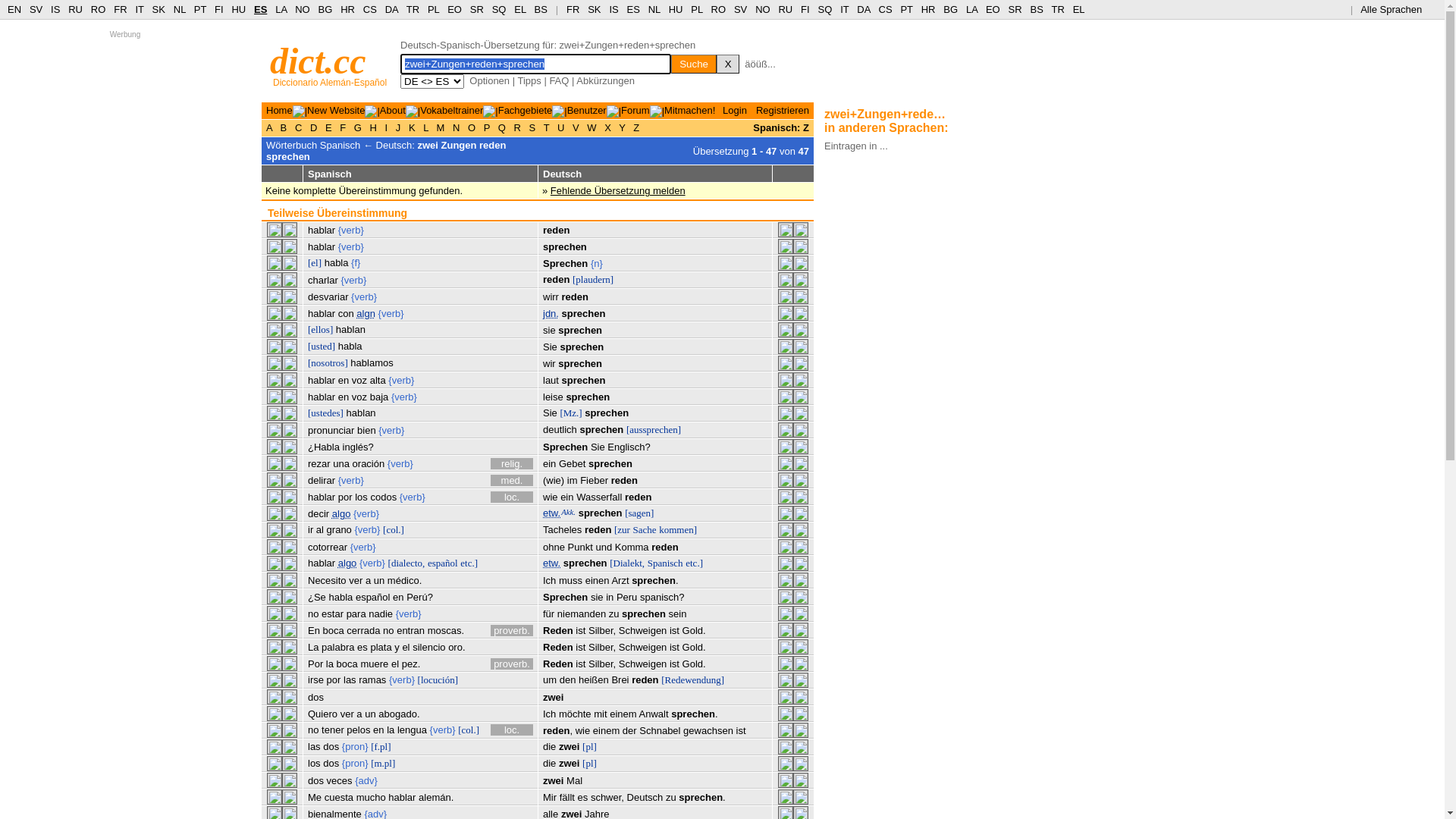 This screenshot has width=1456, height=819. I want to click on 'HU', so click(675, 9).